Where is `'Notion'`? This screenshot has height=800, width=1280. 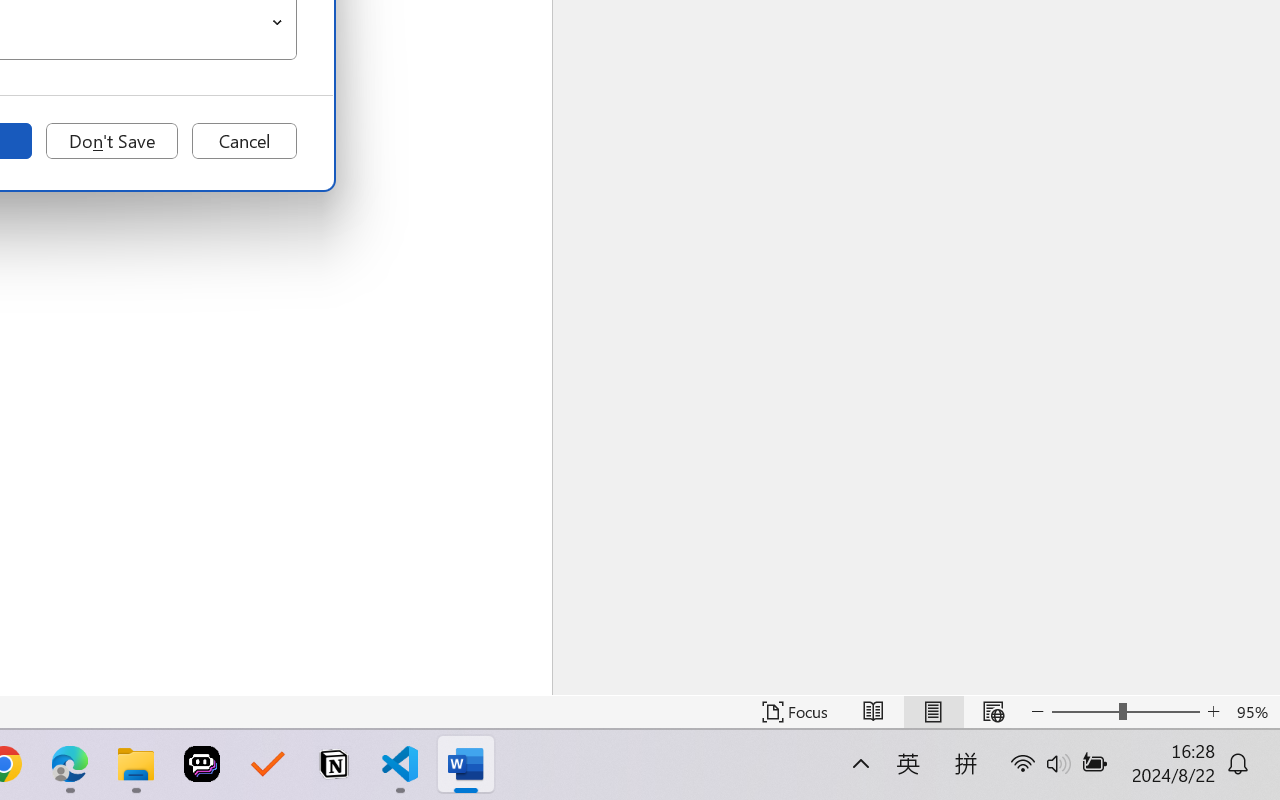
'Notion' is located at coordinates (334, 764).